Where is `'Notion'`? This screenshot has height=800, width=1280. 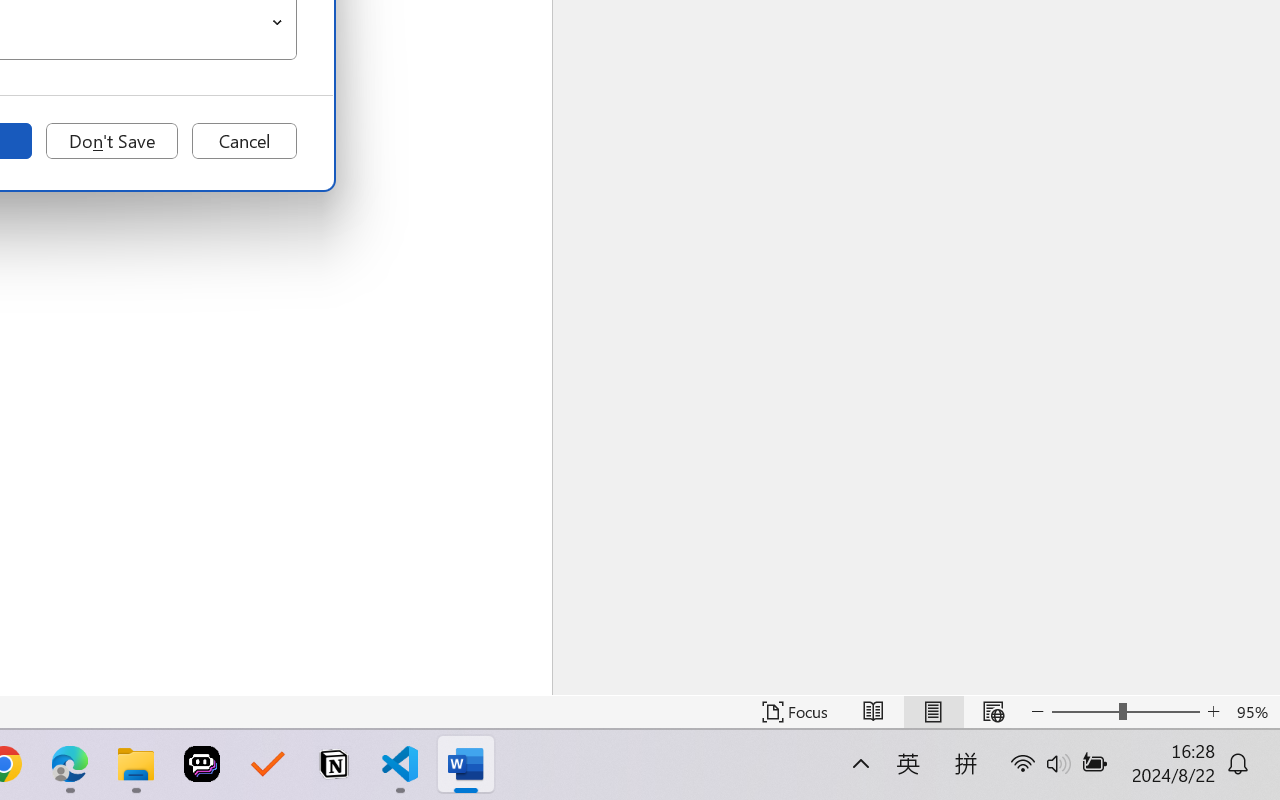
'Notion' is located at coordinates (334, 764).